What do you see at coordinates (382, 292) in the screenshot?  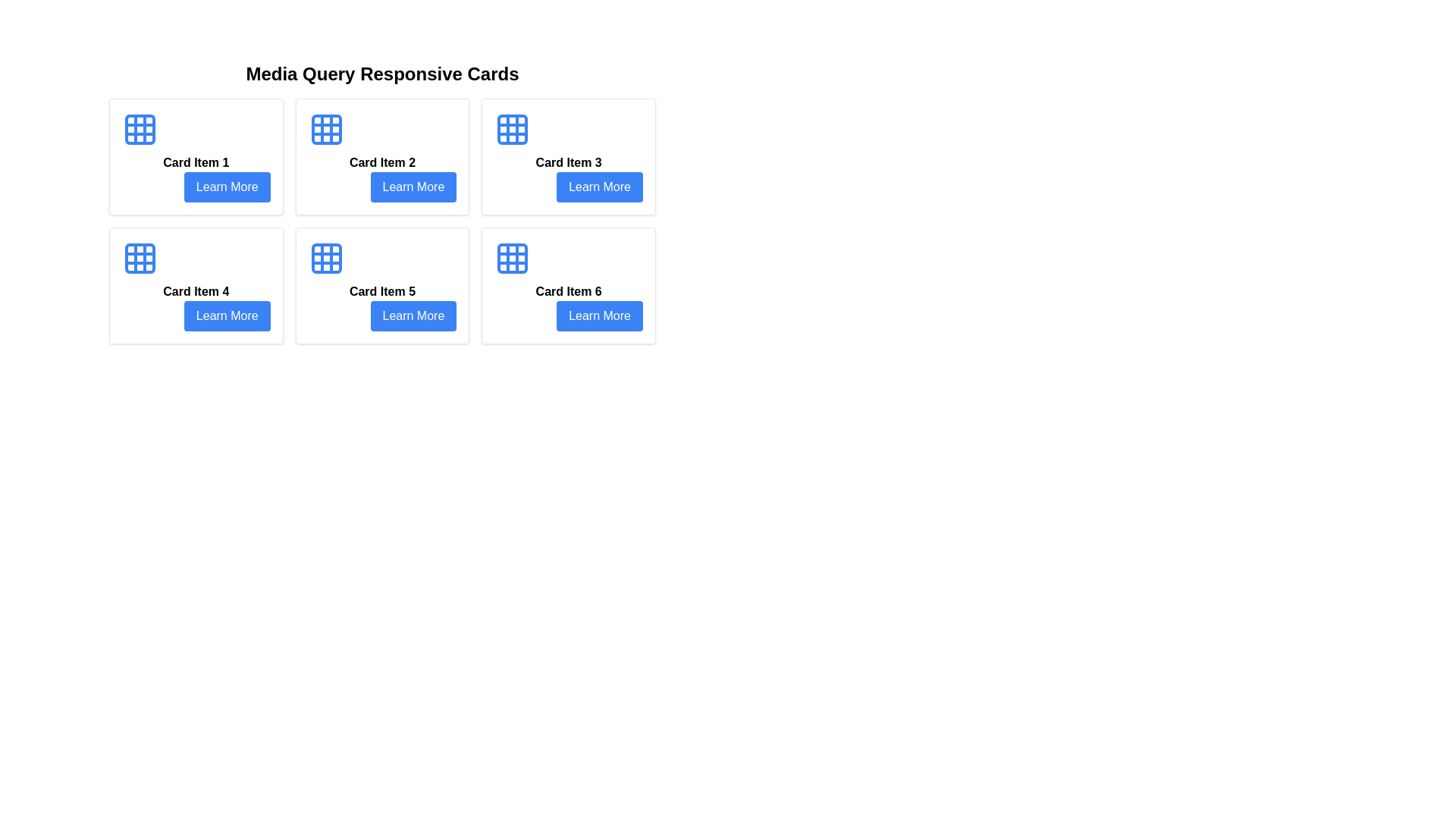 I see `the informational text label that serves as the title for the card located in the second row, second column of the grid layout` at bounding box center [382, 292].